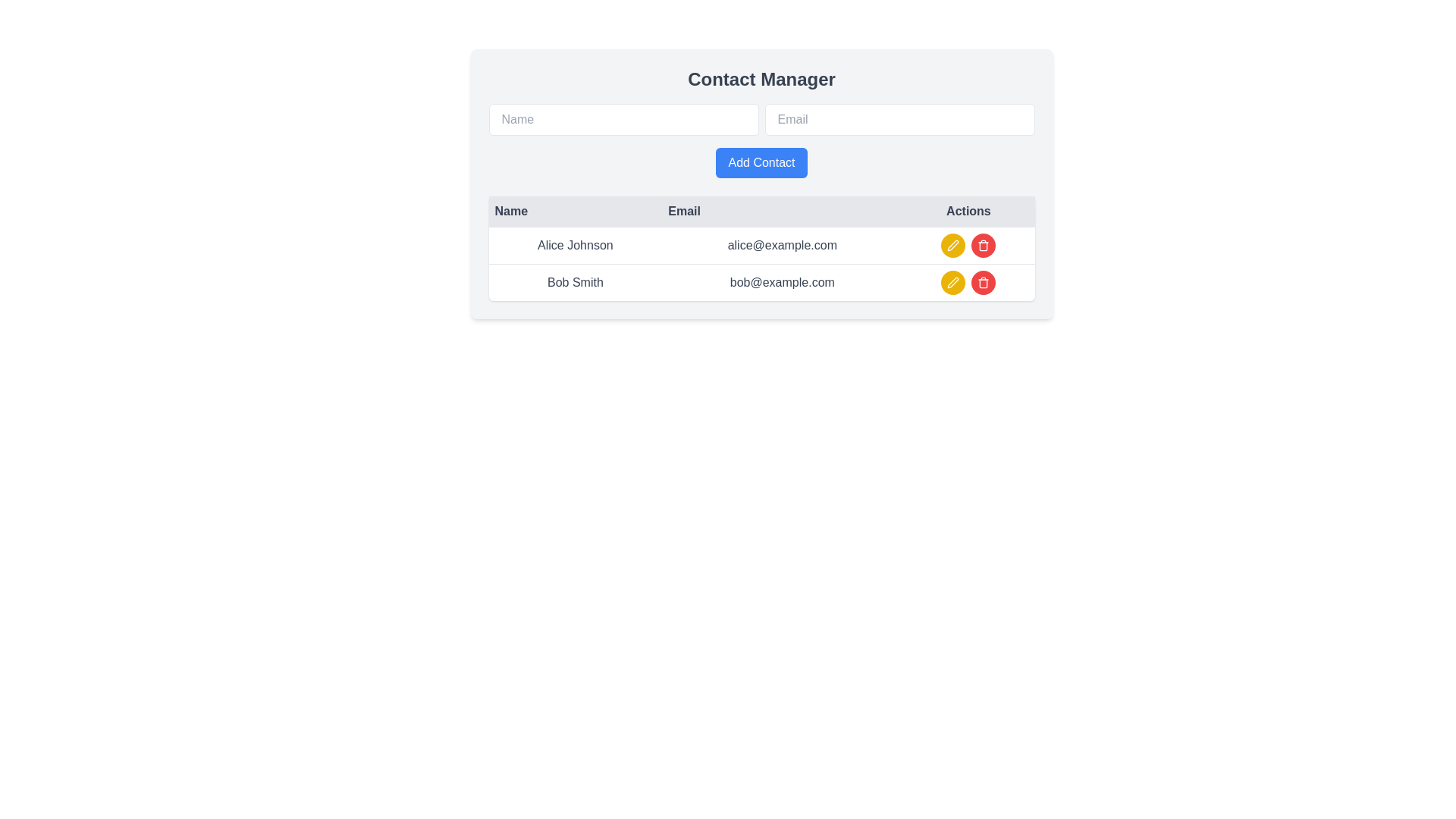 The height and width of the screenshot is (819, 1456). What do you see at coordinates (952, 283) in the screenshot?
I see `the yellow pen icon located within the round button in the 'Actions' column, adjacent to Bob Smith's row` at bounding box center [952, 283].